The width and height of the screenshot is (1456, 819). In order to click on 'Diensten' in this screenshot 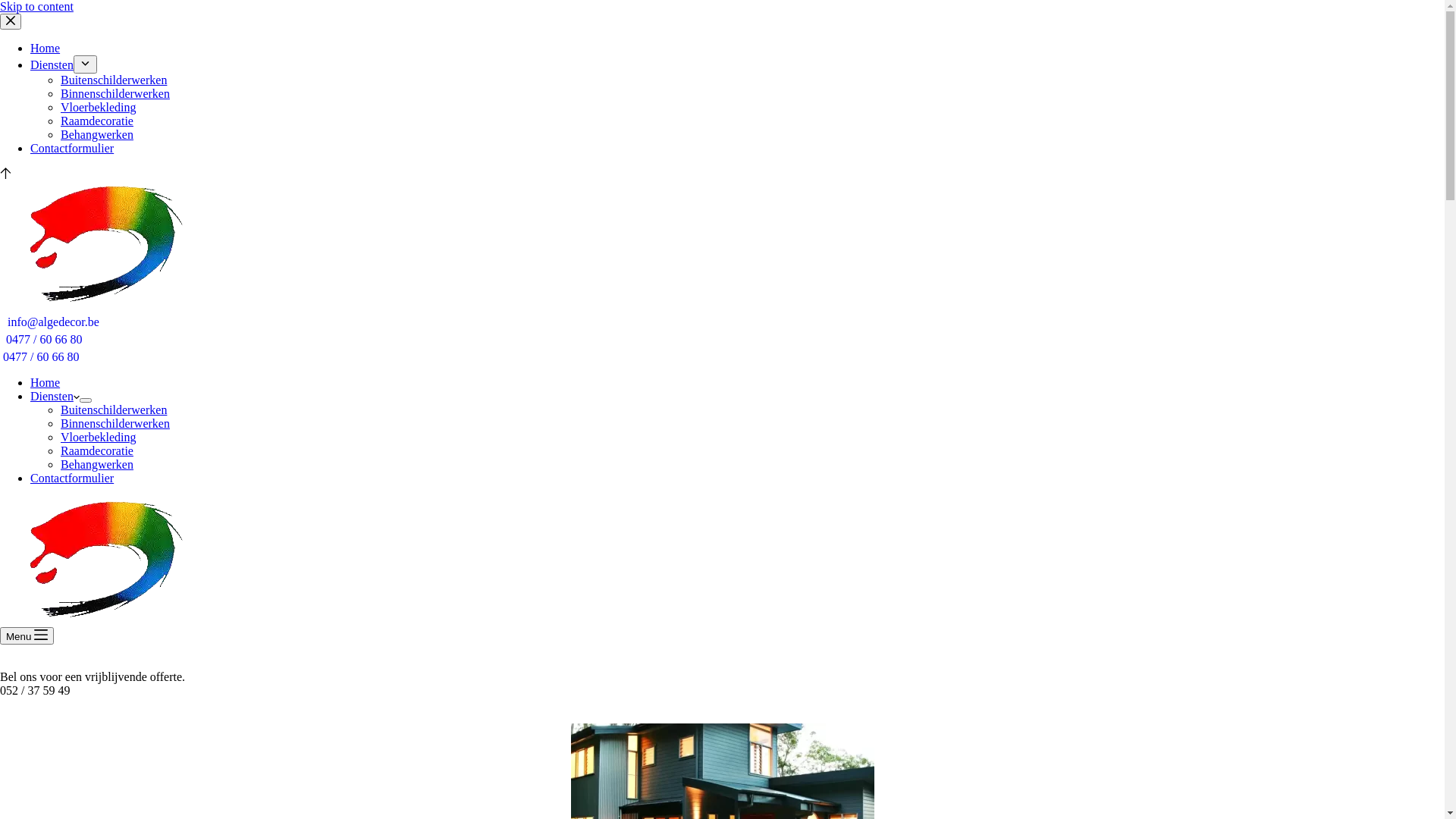, I will do `click(52, 64)`.